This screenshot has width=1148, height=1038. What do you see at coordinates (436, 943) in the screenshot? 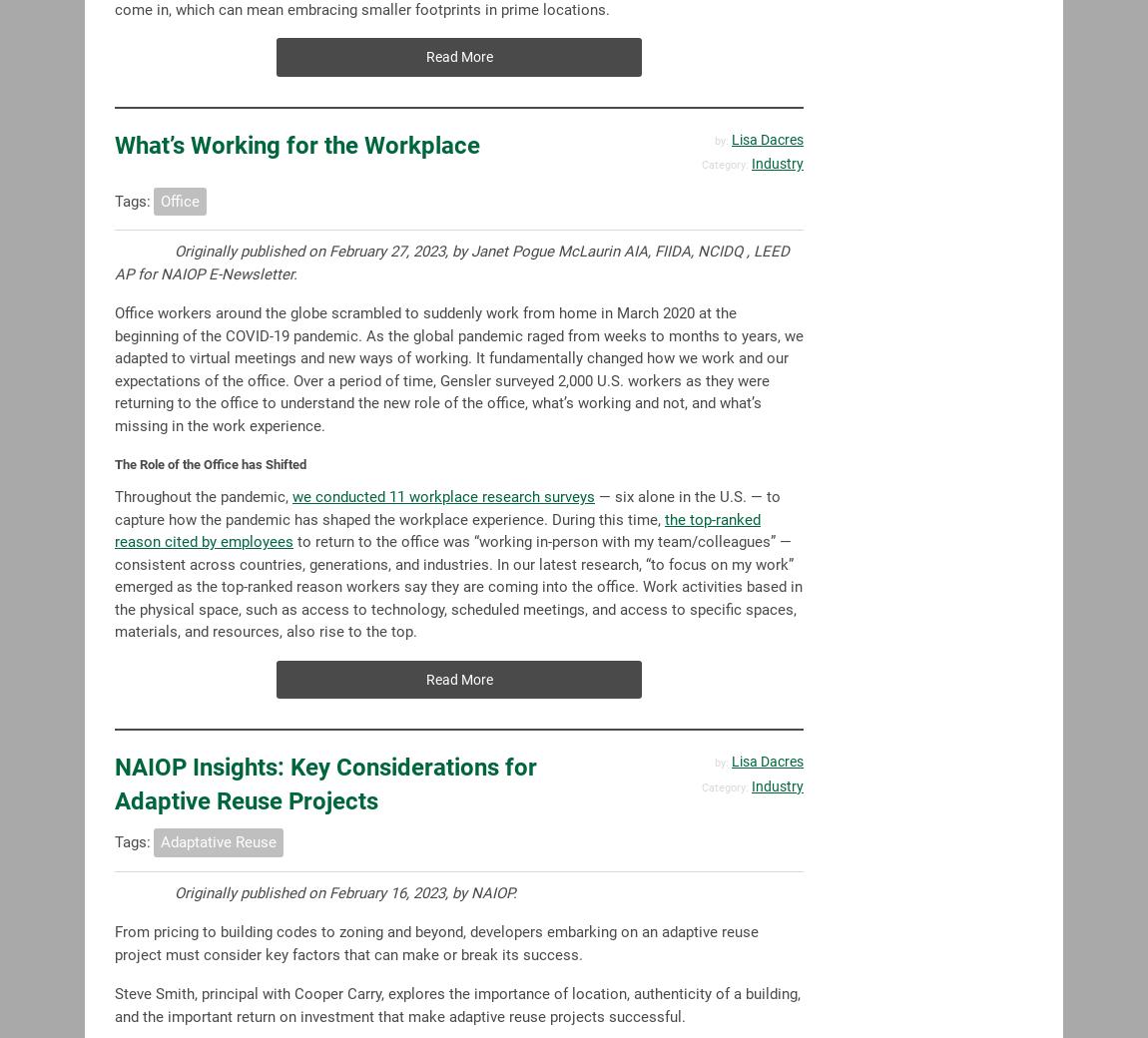
I see `'From pricing to building codes to zoning and beyond, developers embarking on an adaptive reuse project must consider key factors that can make or break its success.'` at bounding box center [436, 943].